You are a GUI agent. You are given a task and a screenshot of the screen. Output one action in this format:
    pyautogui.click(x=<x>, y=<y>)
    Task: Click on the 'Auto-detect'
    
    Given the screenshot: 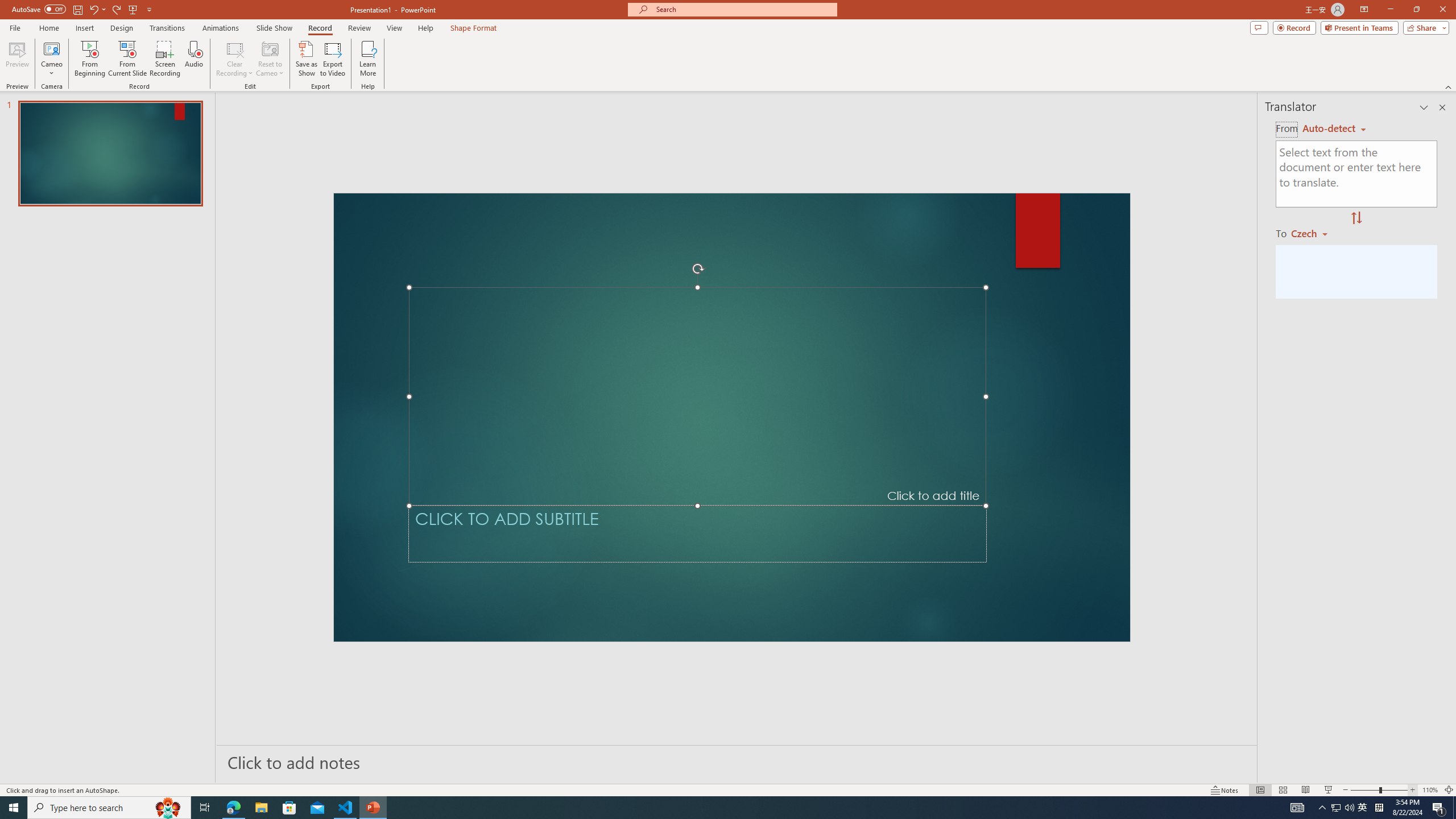 What is the action you would take?
    pyautogui.click(x=1334, y=128)
    